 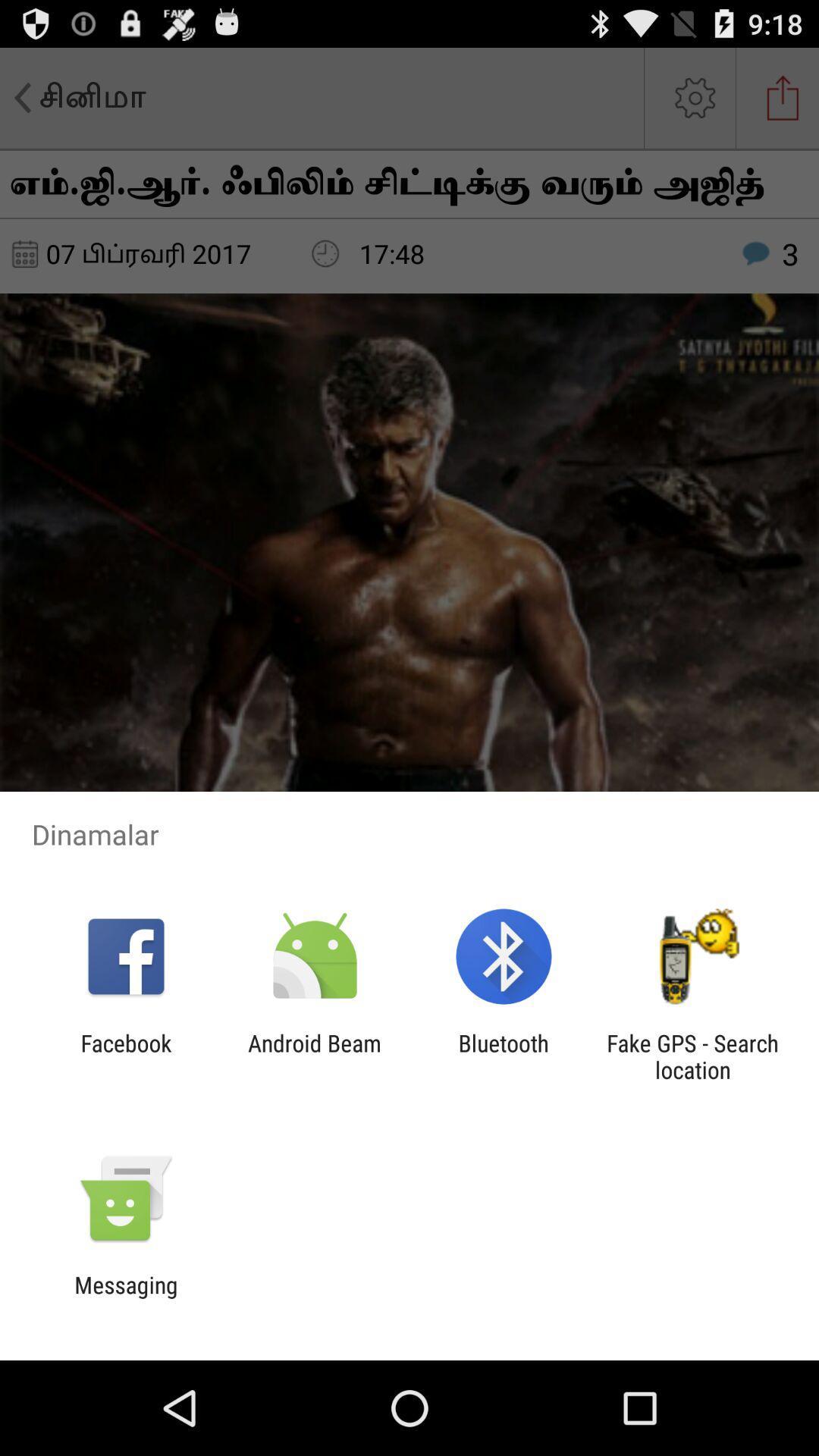 What do you see at coordinates (504, 1056) in the screenshot?
I see `the bluetooth item` at bounding box center [504, 1056].